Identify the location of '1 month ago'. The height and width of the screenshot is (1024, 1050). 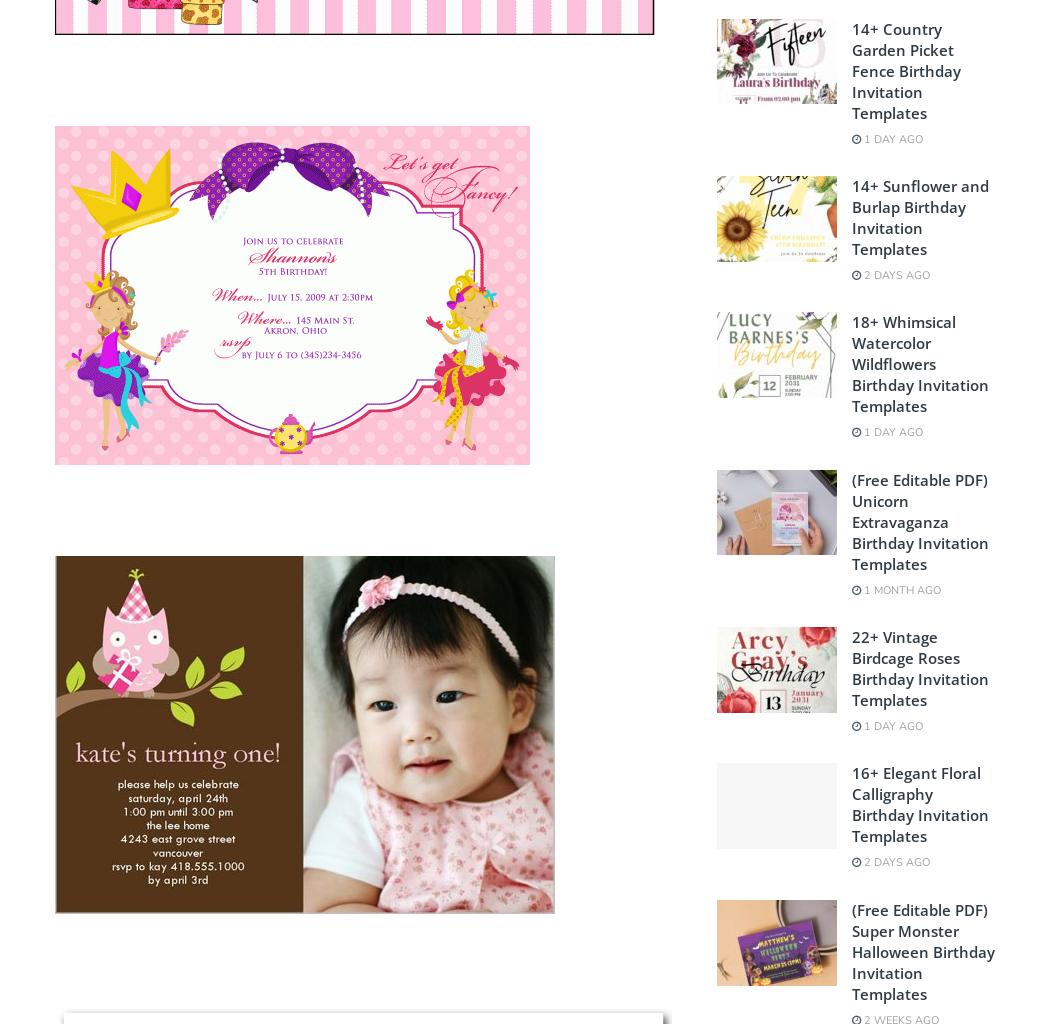
(898, 588).